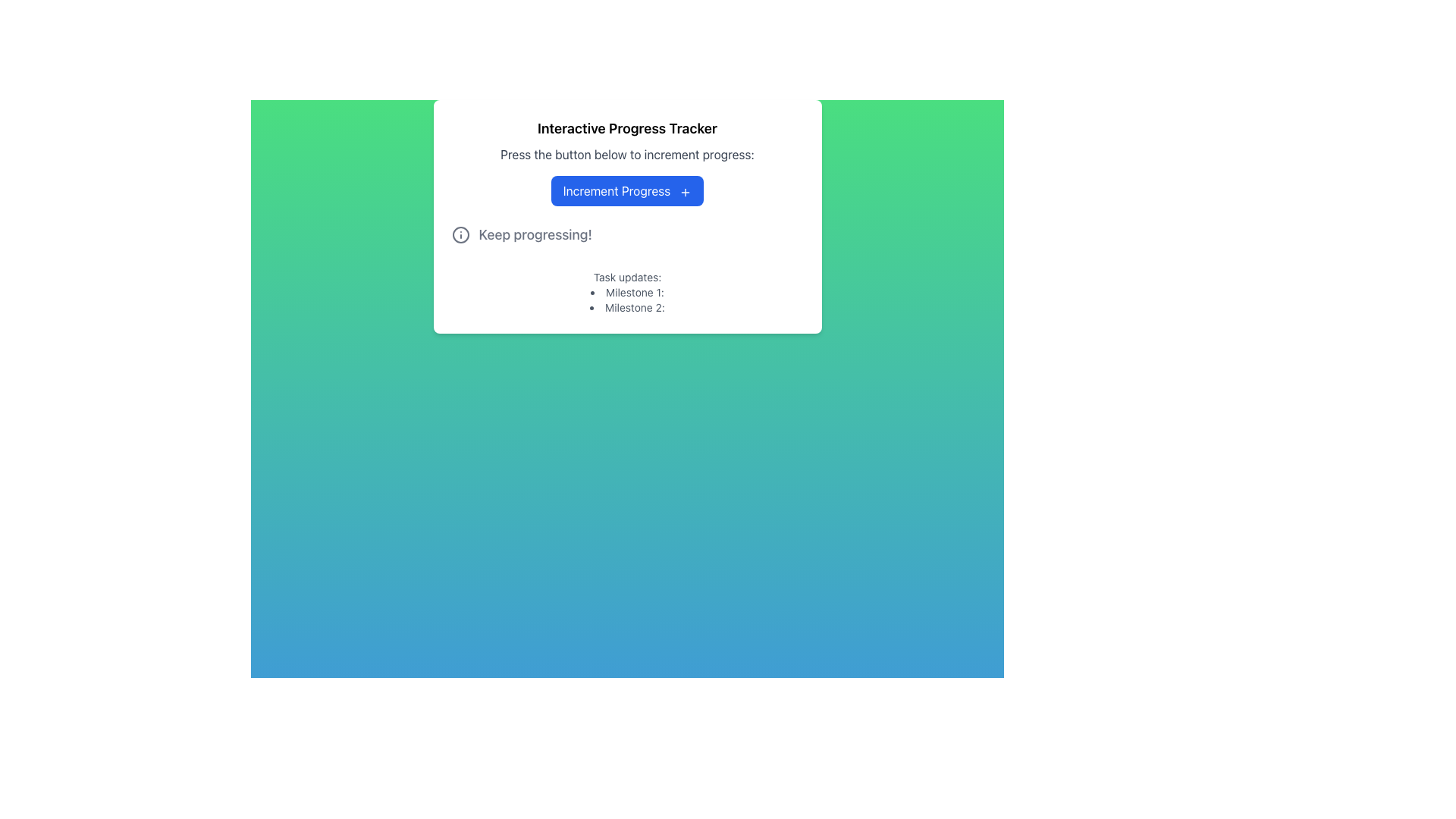  Describe the element at coordinates (627, 307) in the screenshot. I see `the text label 'Milestone 2:' which is styled in dark gray and is the second item in a vertical list below 'Milestone 1:'` at that location.